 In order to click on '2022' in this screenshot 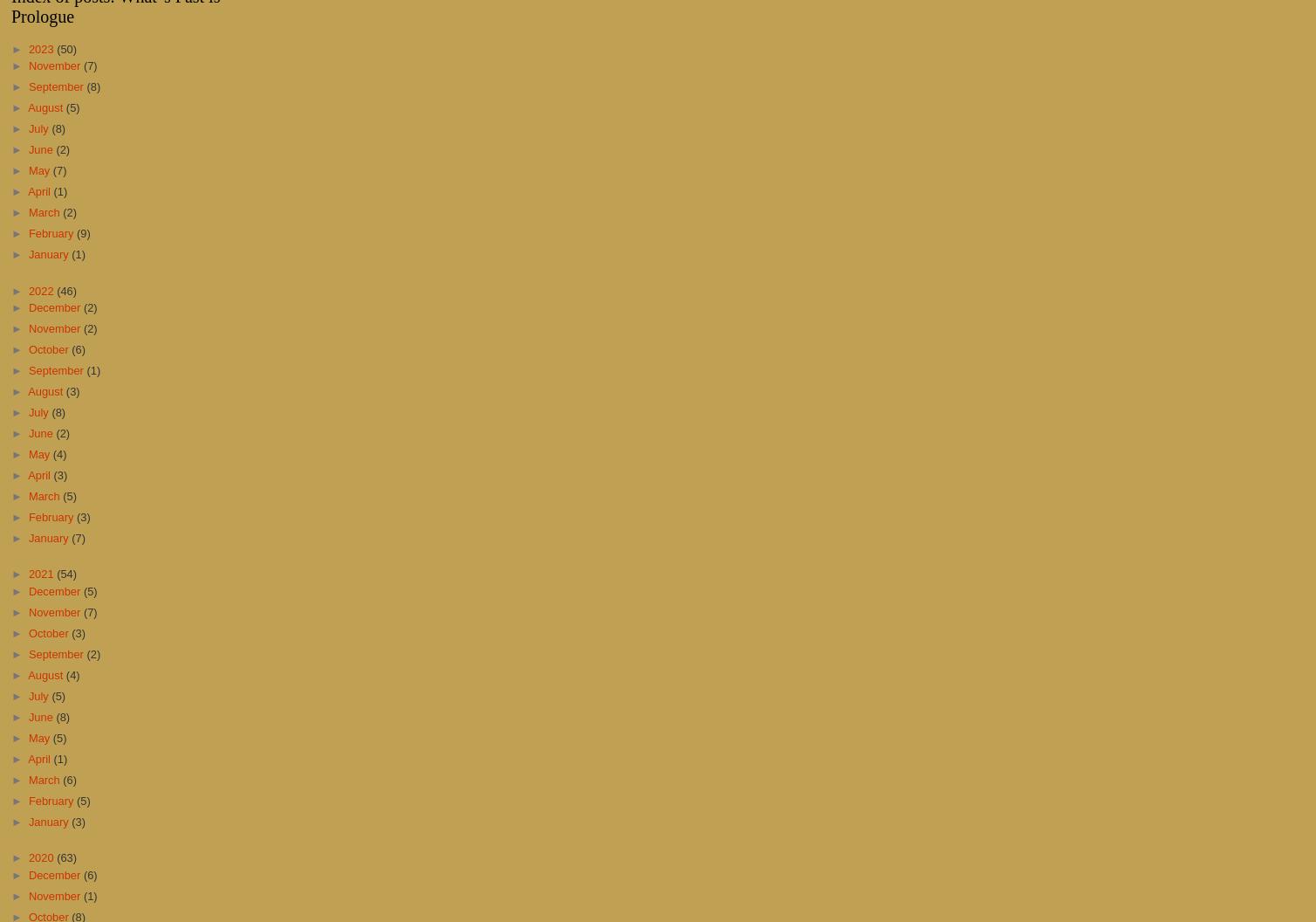, I will do `click(42, 289)`.